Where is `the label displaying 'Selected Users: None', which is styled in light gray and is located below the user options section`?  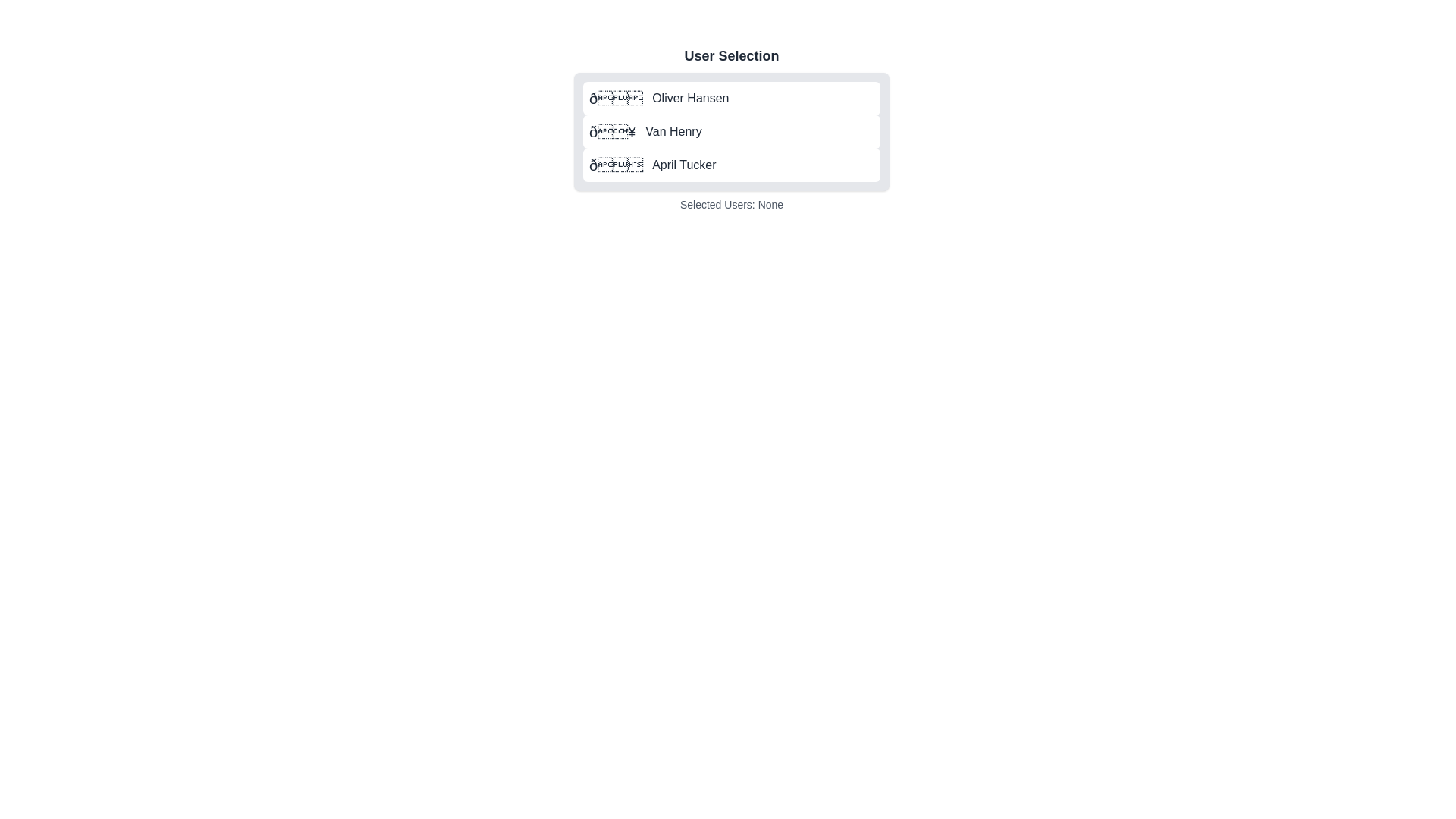
the label displaying 'Selected Users: None', which is styled in light gray and is located below the user options section is located at coordinates (731, 205).